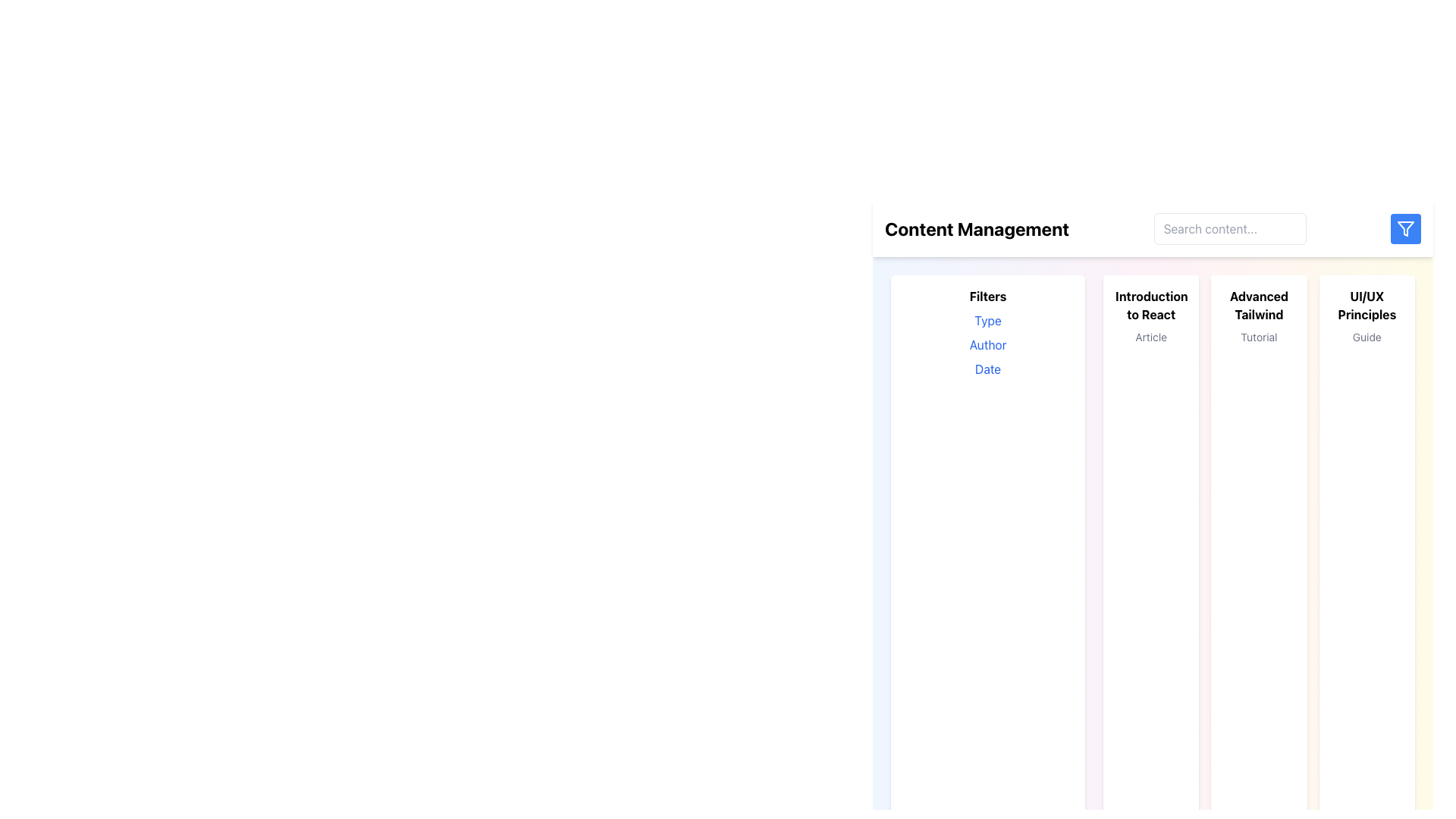 The image size is (1456, 819). What do you see at coordinates (1404, 228) in the screenshot?
I see `the white funnel-shaped icon within the blue circular button located at the top-right corner of the interface` at bounding box center [1404, 228].